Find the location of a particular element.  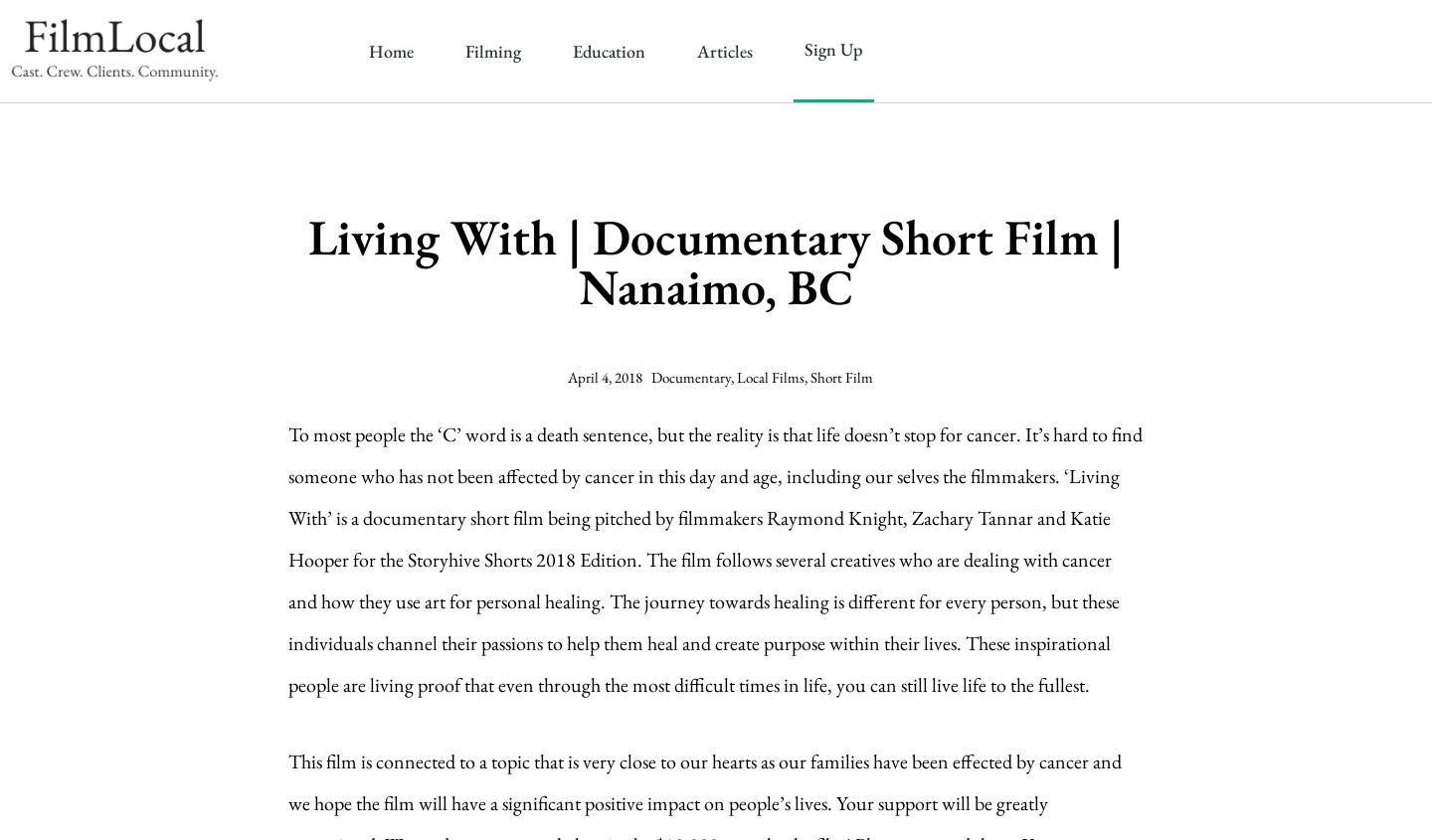

'Short Film' is located at coordinates (839, 376).